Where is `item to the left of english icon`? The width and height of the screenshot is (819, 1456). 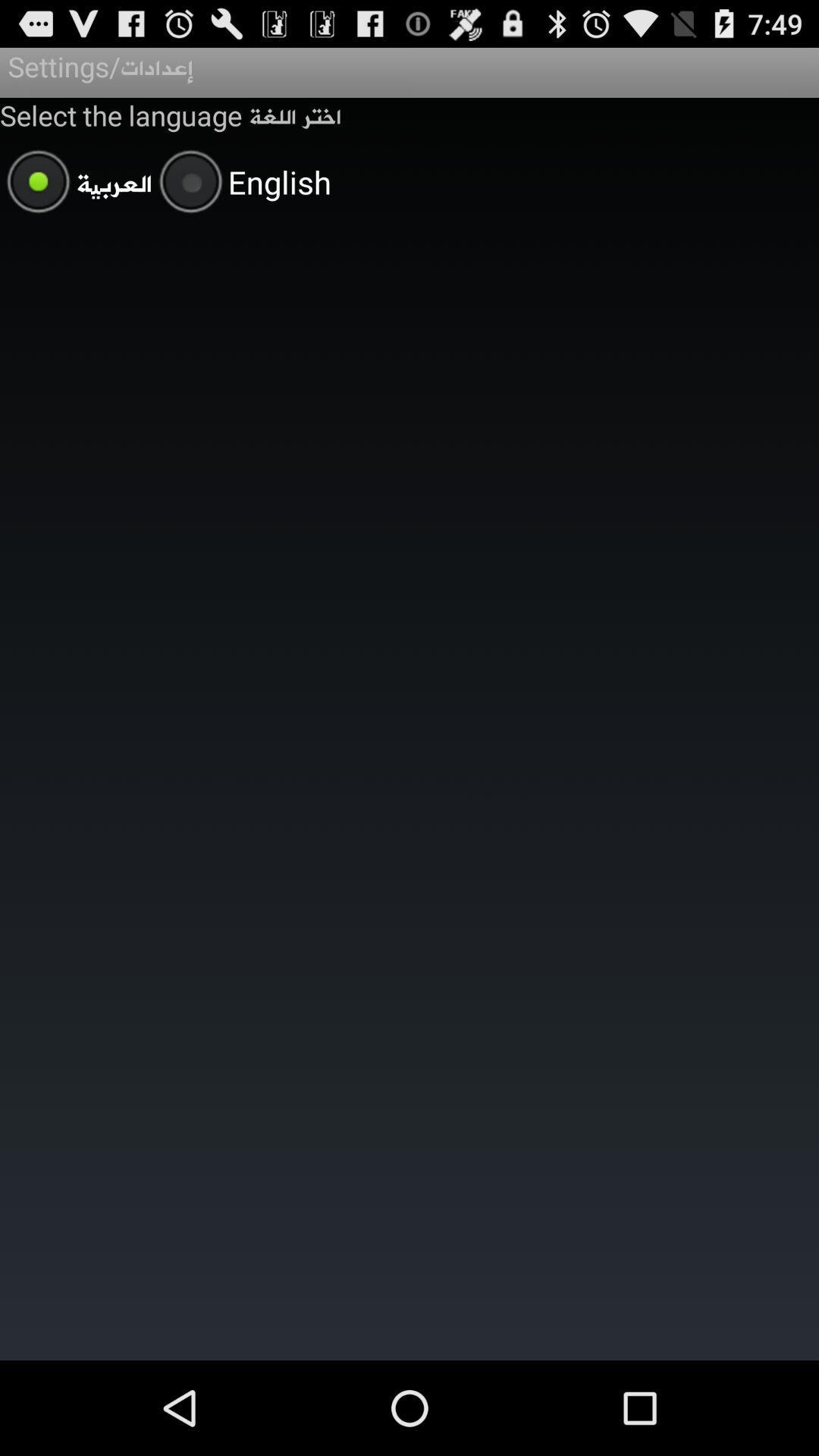
item to the left of english icon is located at coordinates (76, 184).